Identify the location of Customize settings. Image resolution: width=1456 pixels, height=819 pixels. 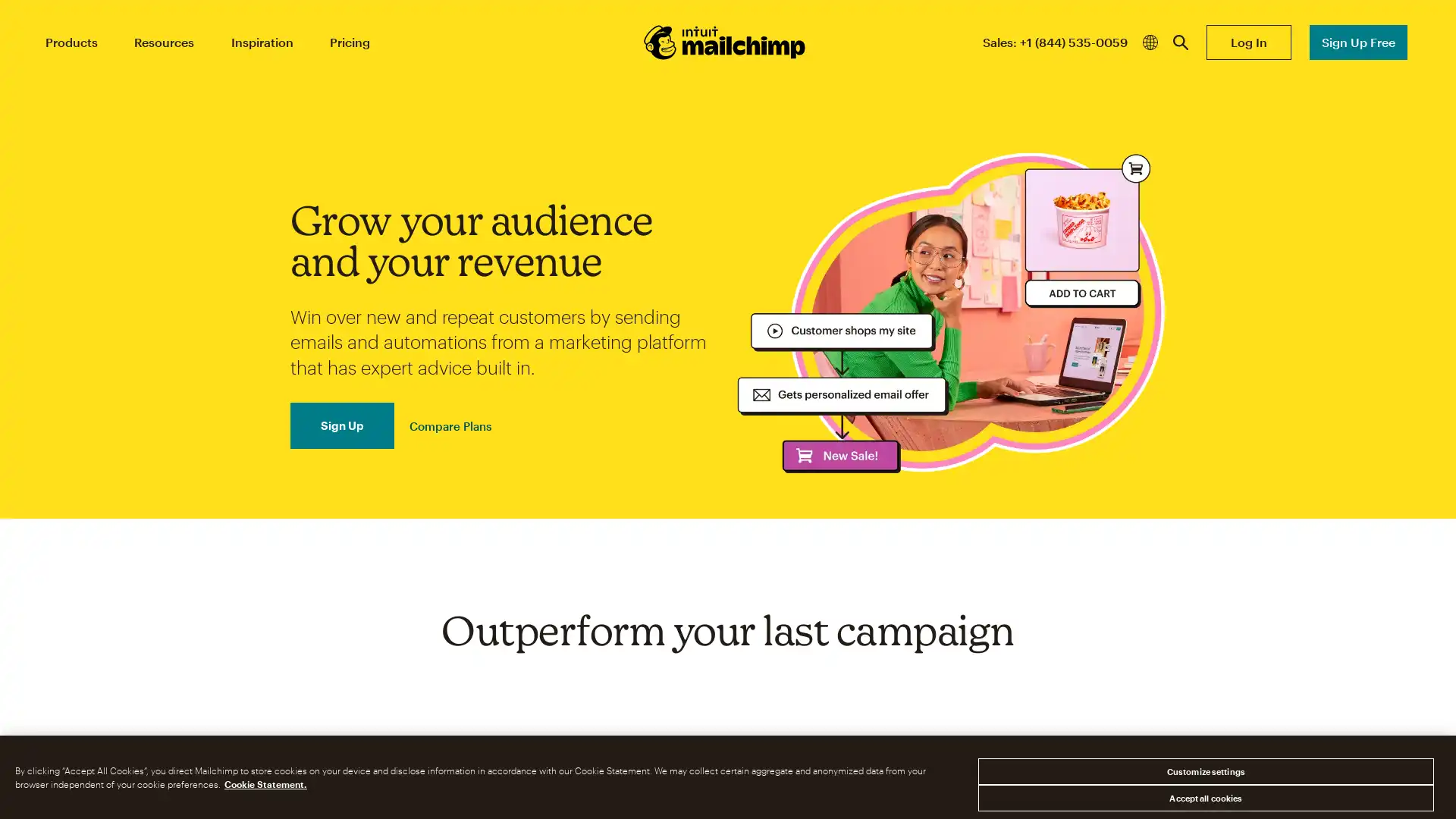
(1204, 771).